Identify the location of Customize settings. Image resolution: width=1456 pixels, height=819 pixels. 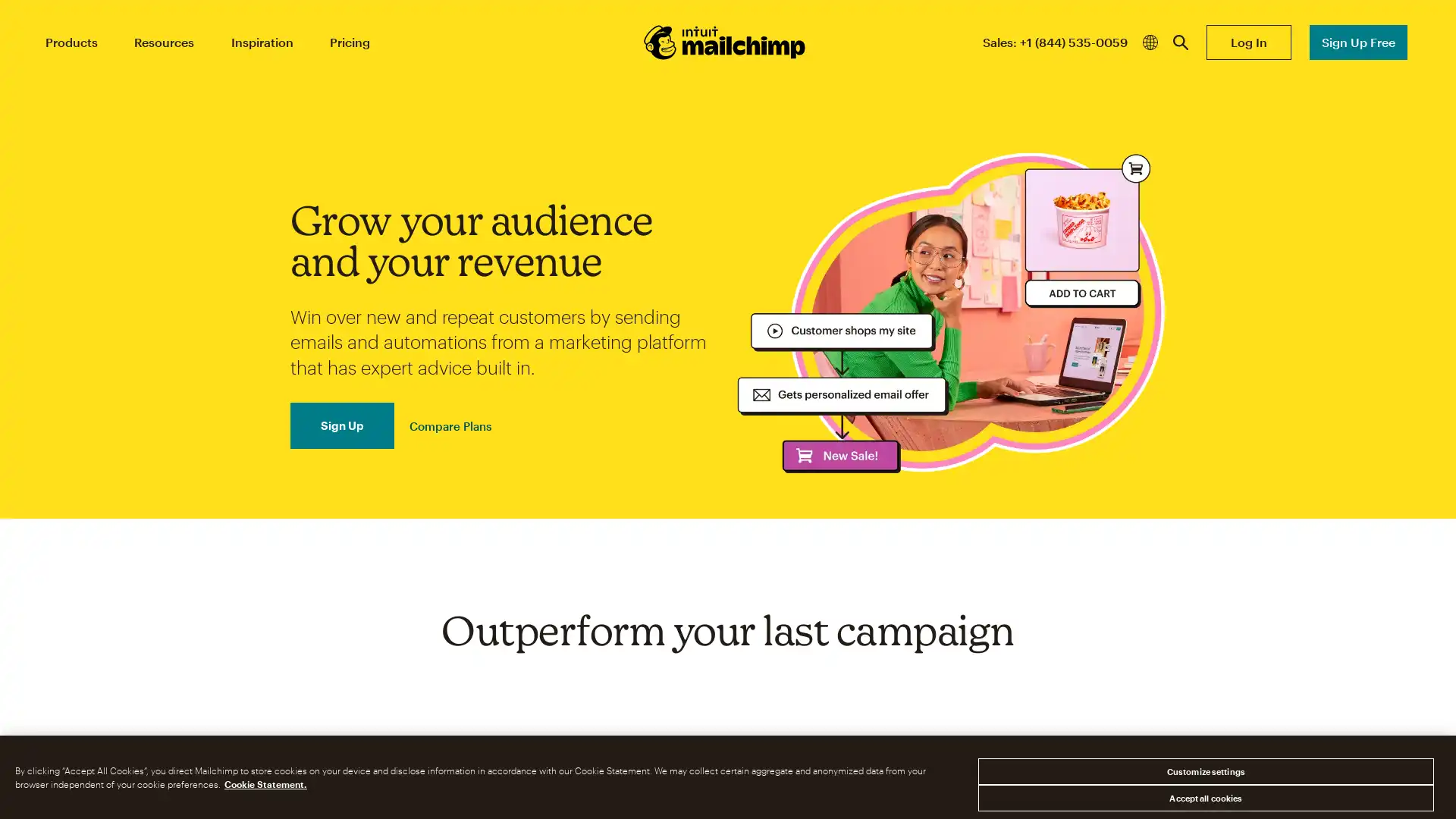
(1204, 771).